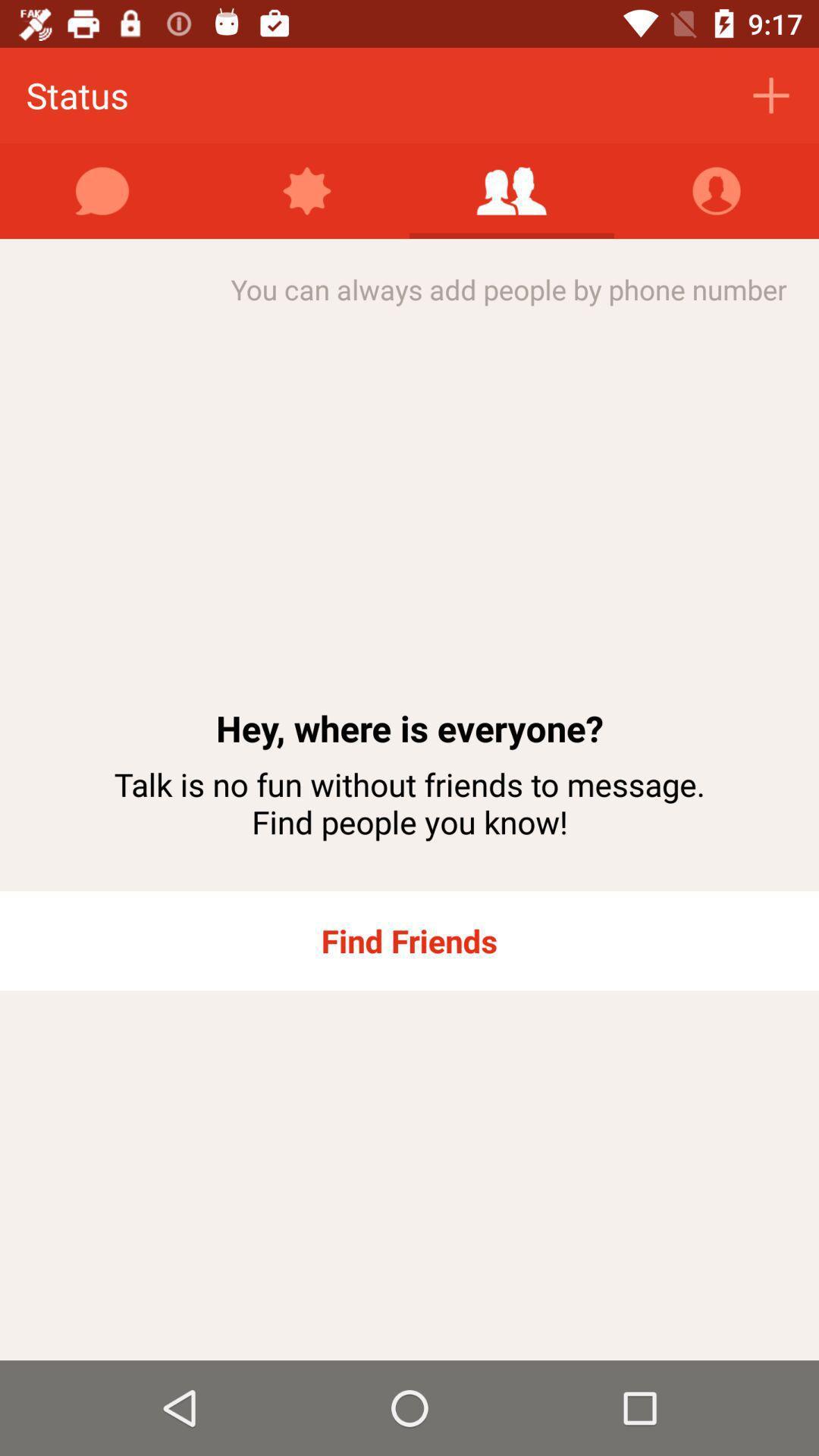 This screenshot has width=819, height=1456. What do you see at coordinates (512, 190) in the screenshot?
I see `find people` at bounding box center [512, 190].